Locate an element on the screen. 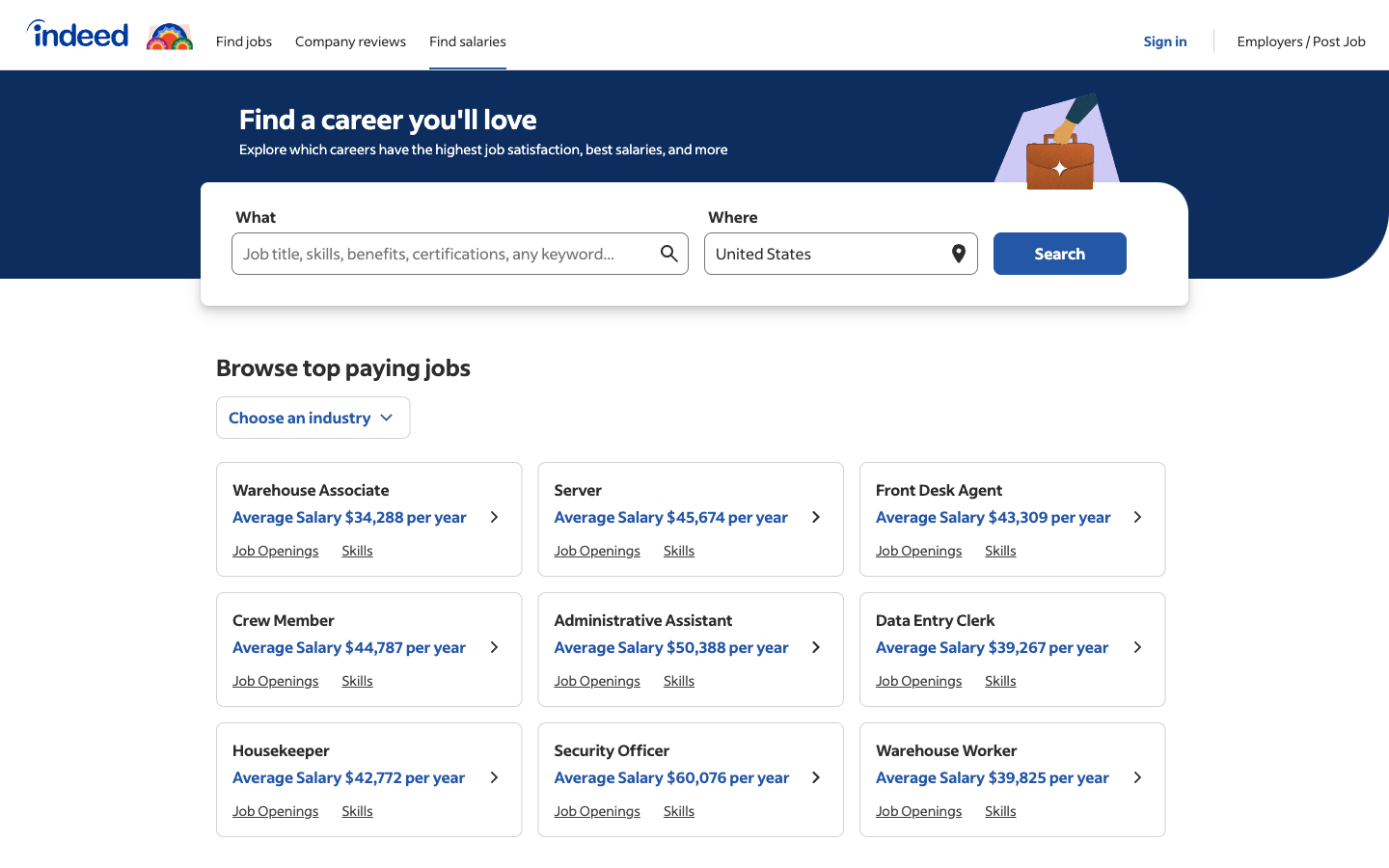 This screenshot has height=868, width=1389. View information about "Front Desk Agent is located at coordinates (1136, 518).